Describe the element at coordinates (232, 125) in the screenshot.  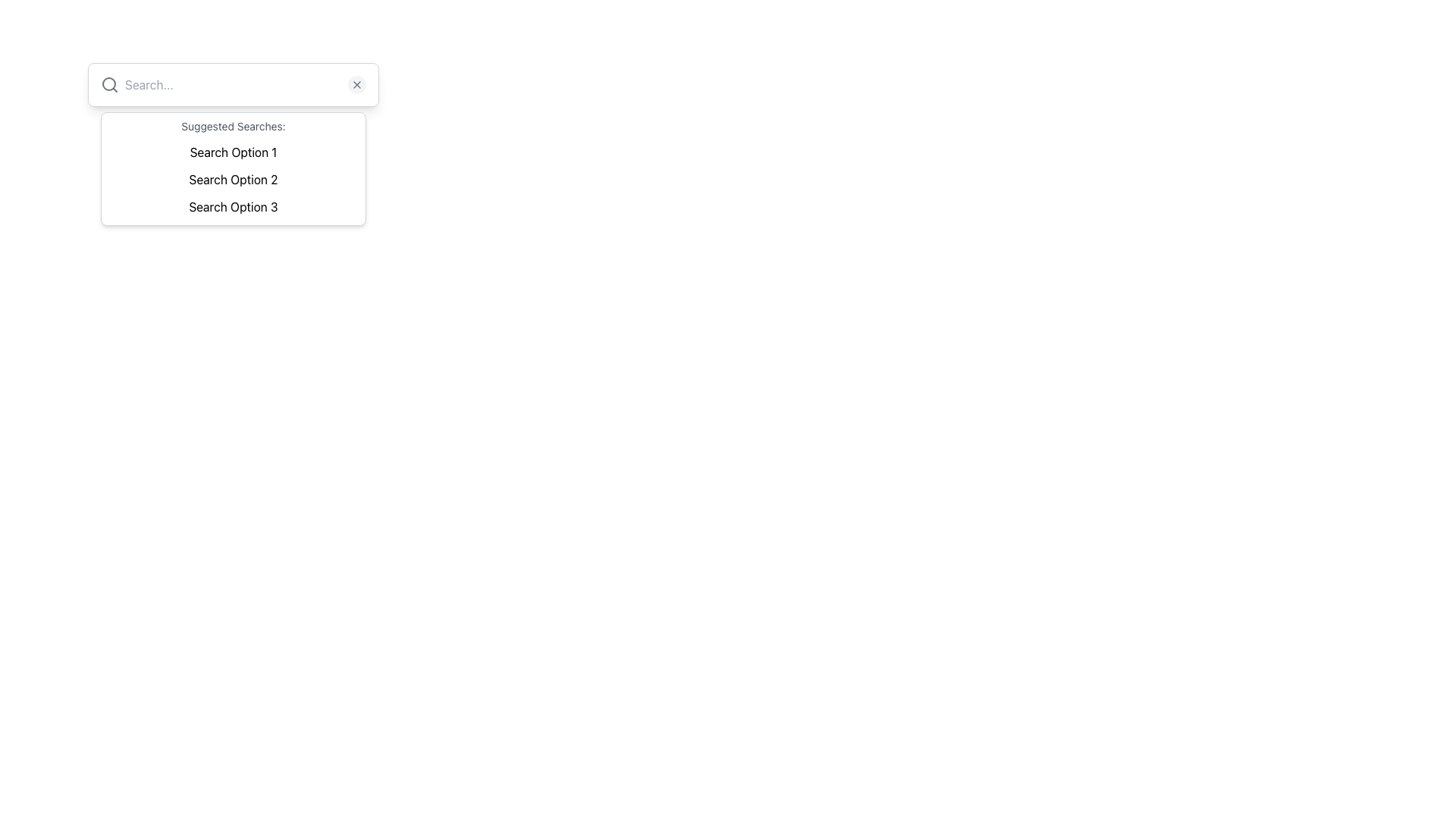
I see `the text label displaying 'Suggested Searches:' which is positioned at the top of a dropdown suggestion box` at that location.